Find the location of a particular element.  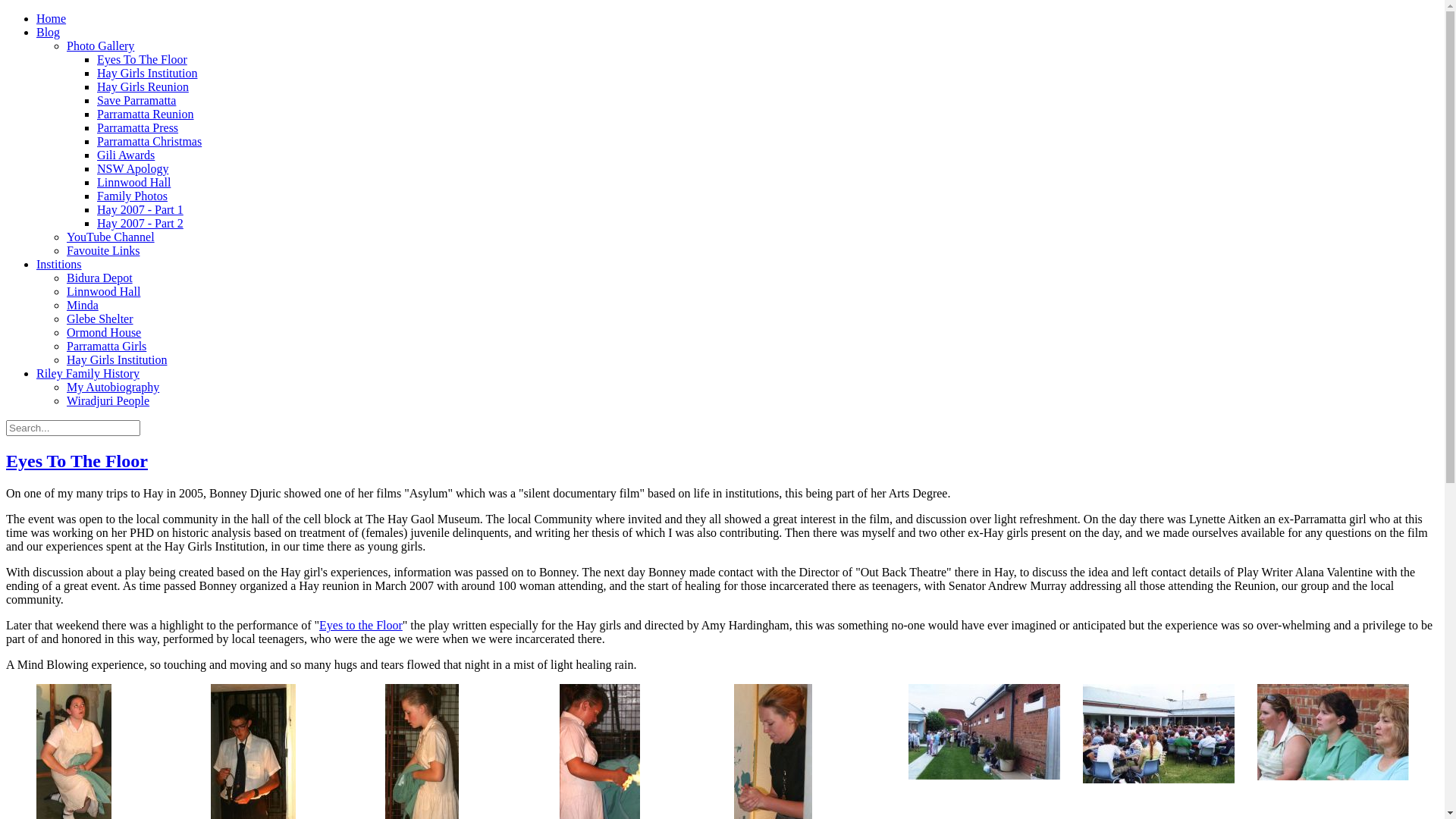

'Photo Gallery' is located at coordinates (99, 45).